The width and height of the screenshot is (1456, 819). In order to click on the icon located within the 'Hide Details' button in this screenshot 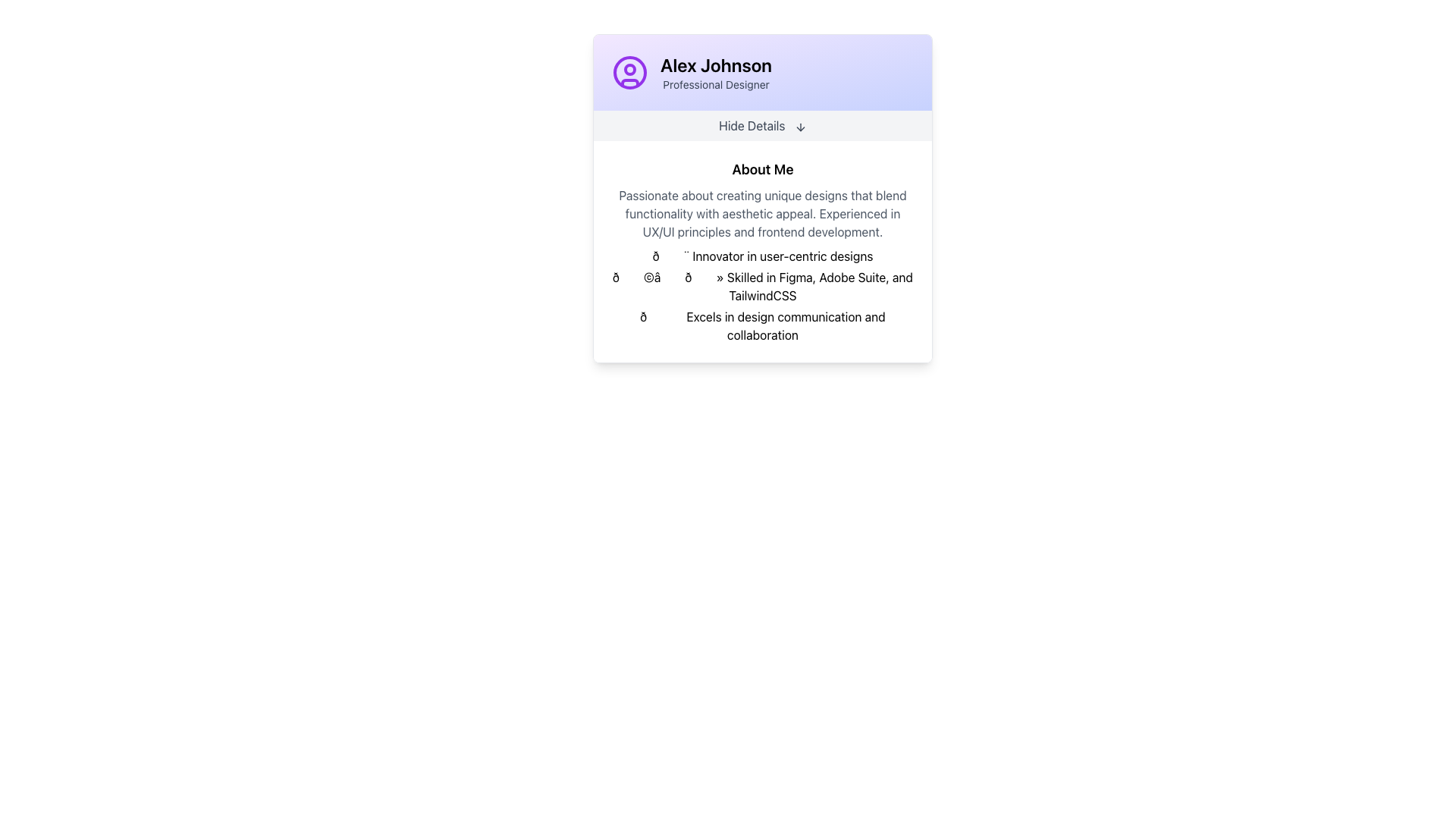, I will do `click(799, 126)`.